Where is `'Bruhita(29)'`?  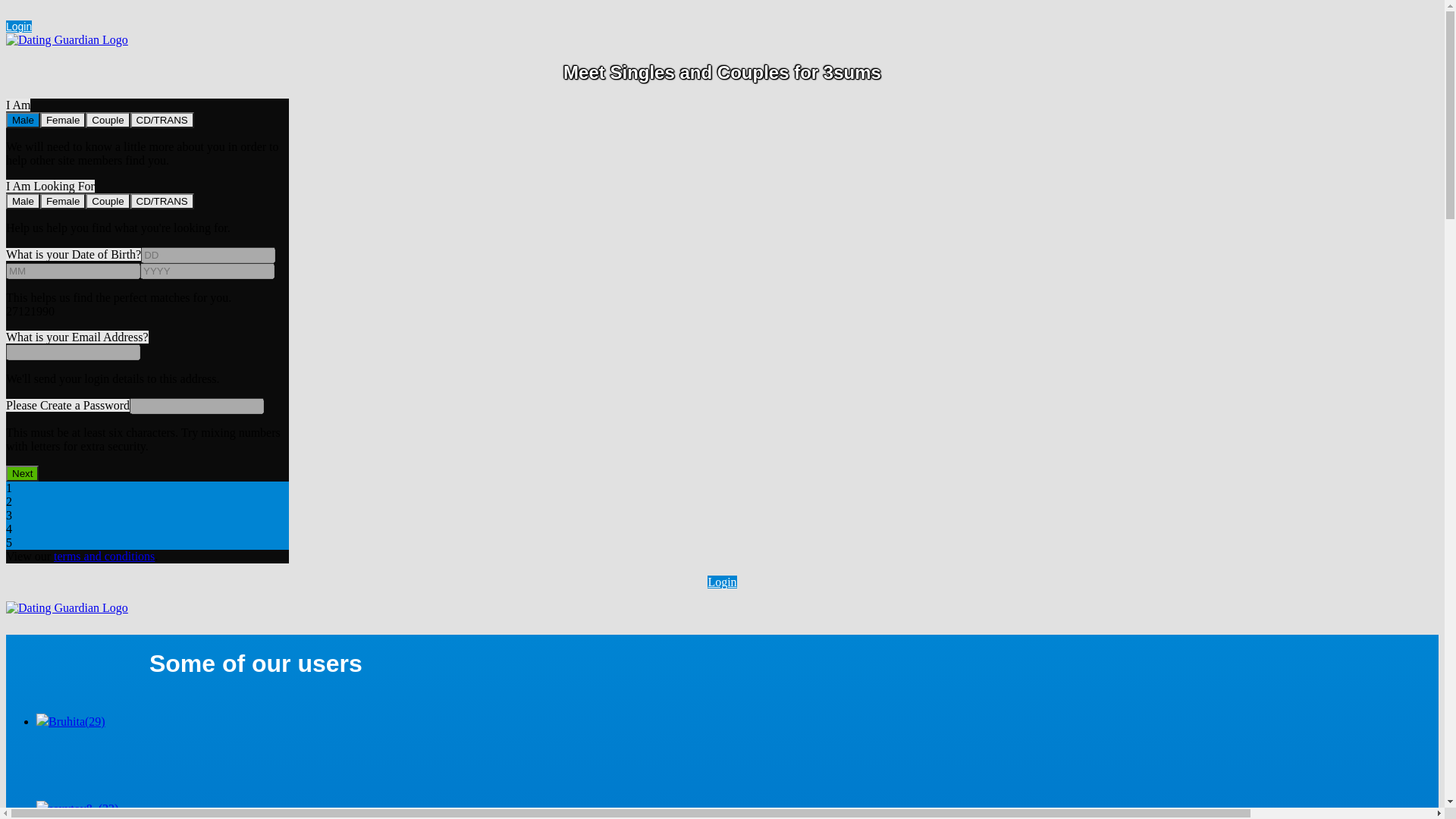 'Bruhita(29)' is located at coordinates (737, 721).